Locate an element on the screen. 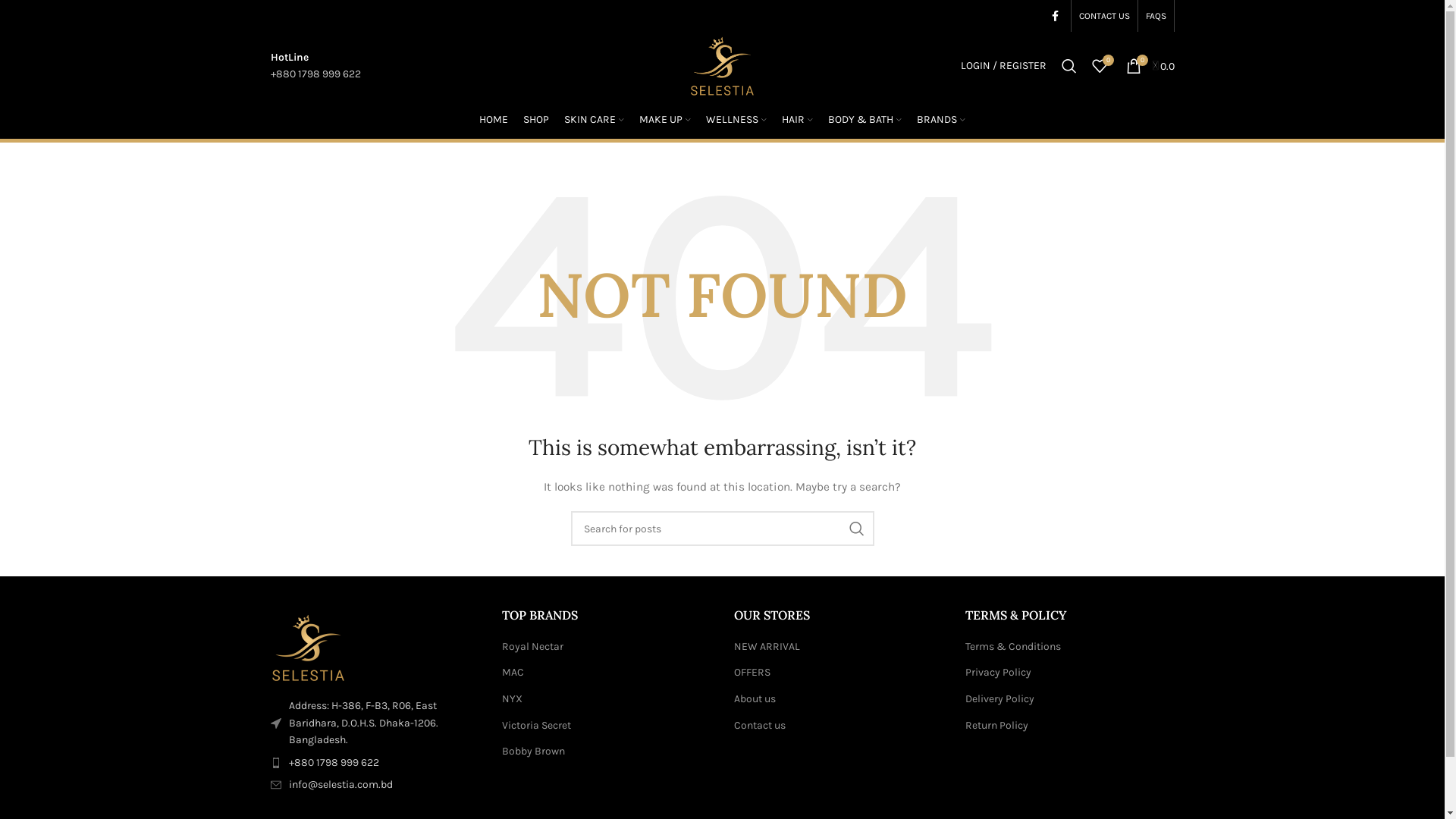  'FAQS' is located at coordinates (1154, 15).